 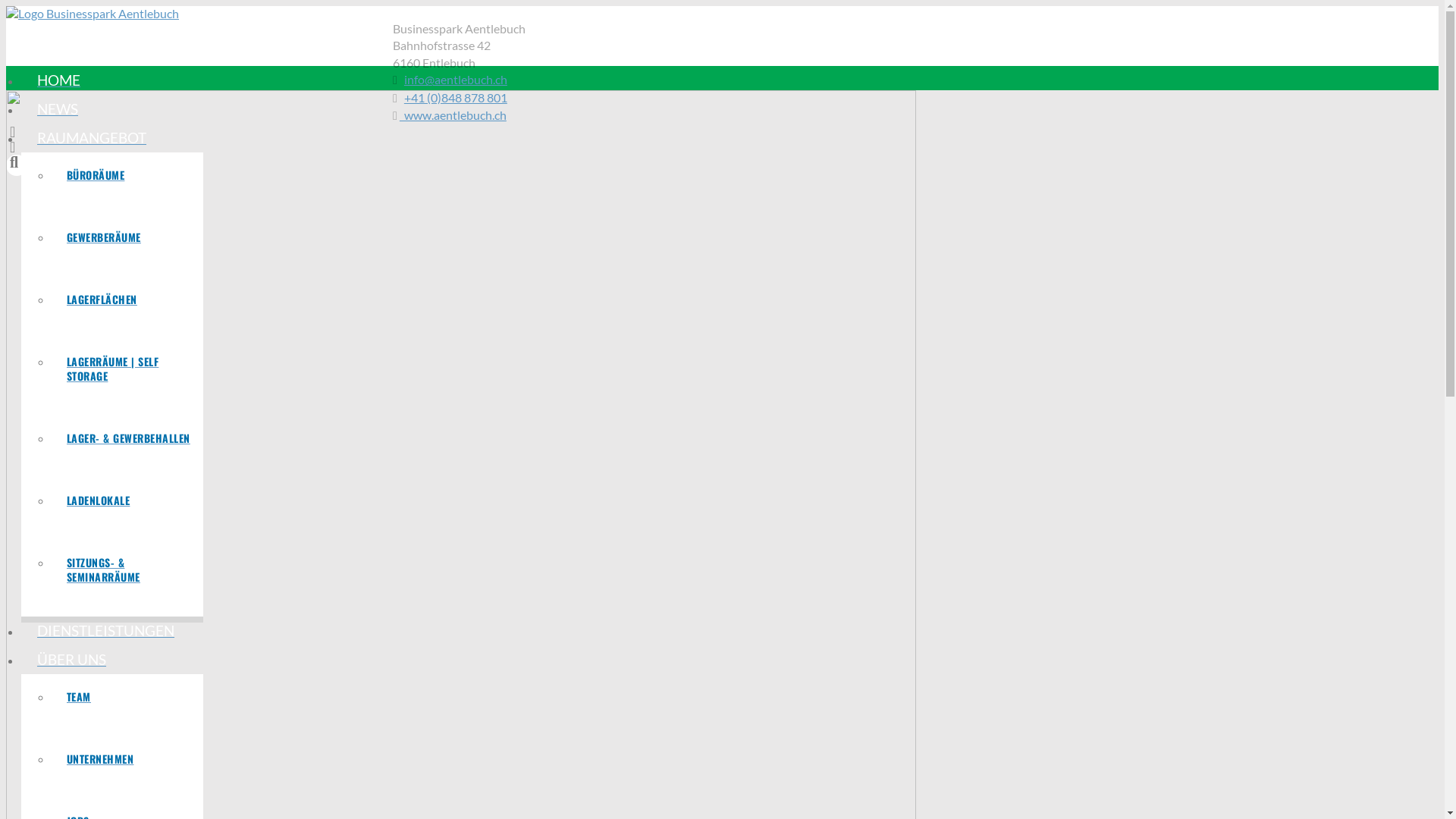 What do you see at coordinates (21, 137) in the screenshot?
I see `'RAUMANGEBOT'` at bounding box center [21, 137].